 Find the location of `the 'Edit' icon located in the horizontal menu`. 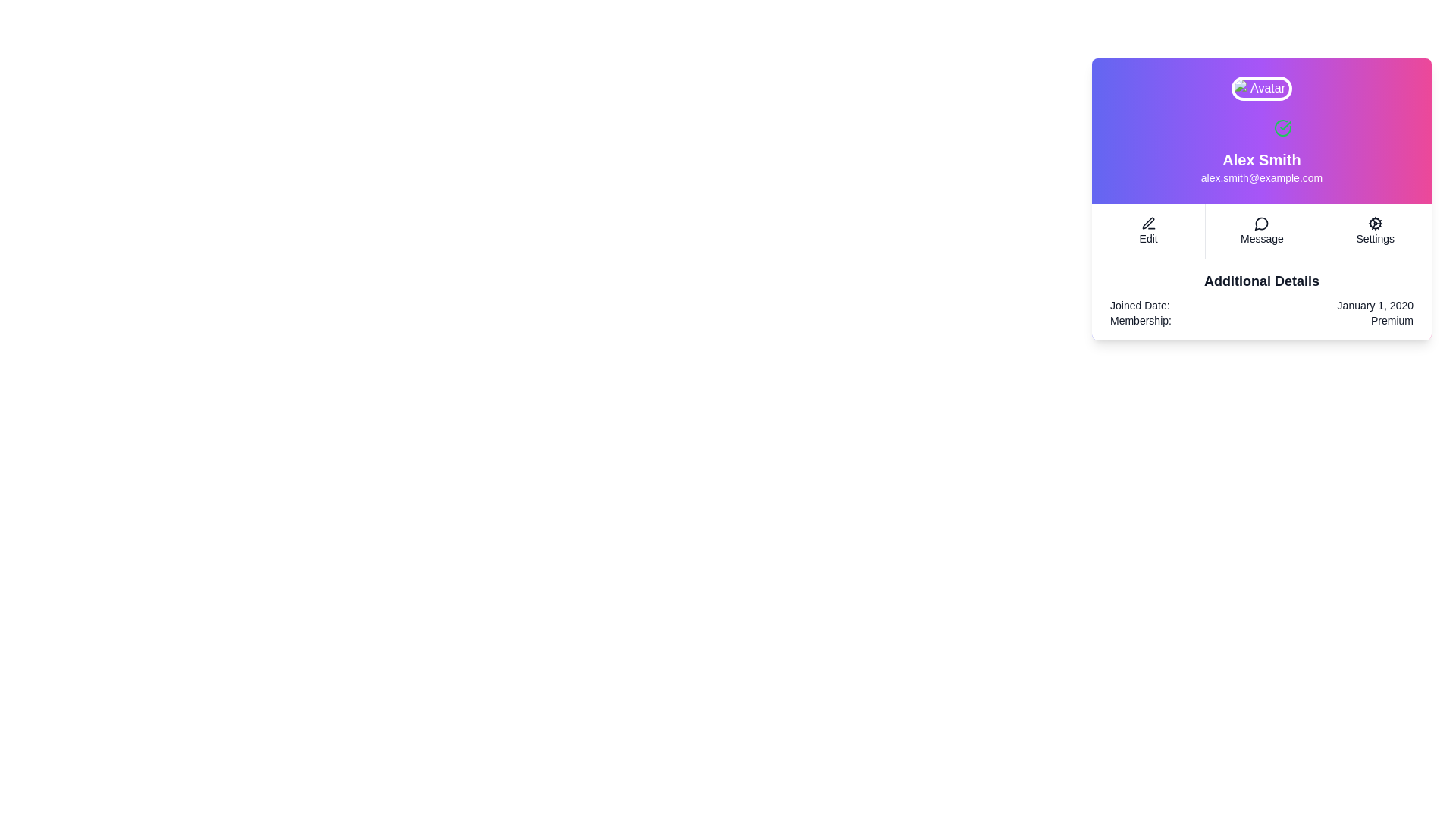

the 'Edit' icon located in the horizontal menu is located at coordinates (1148, 223).